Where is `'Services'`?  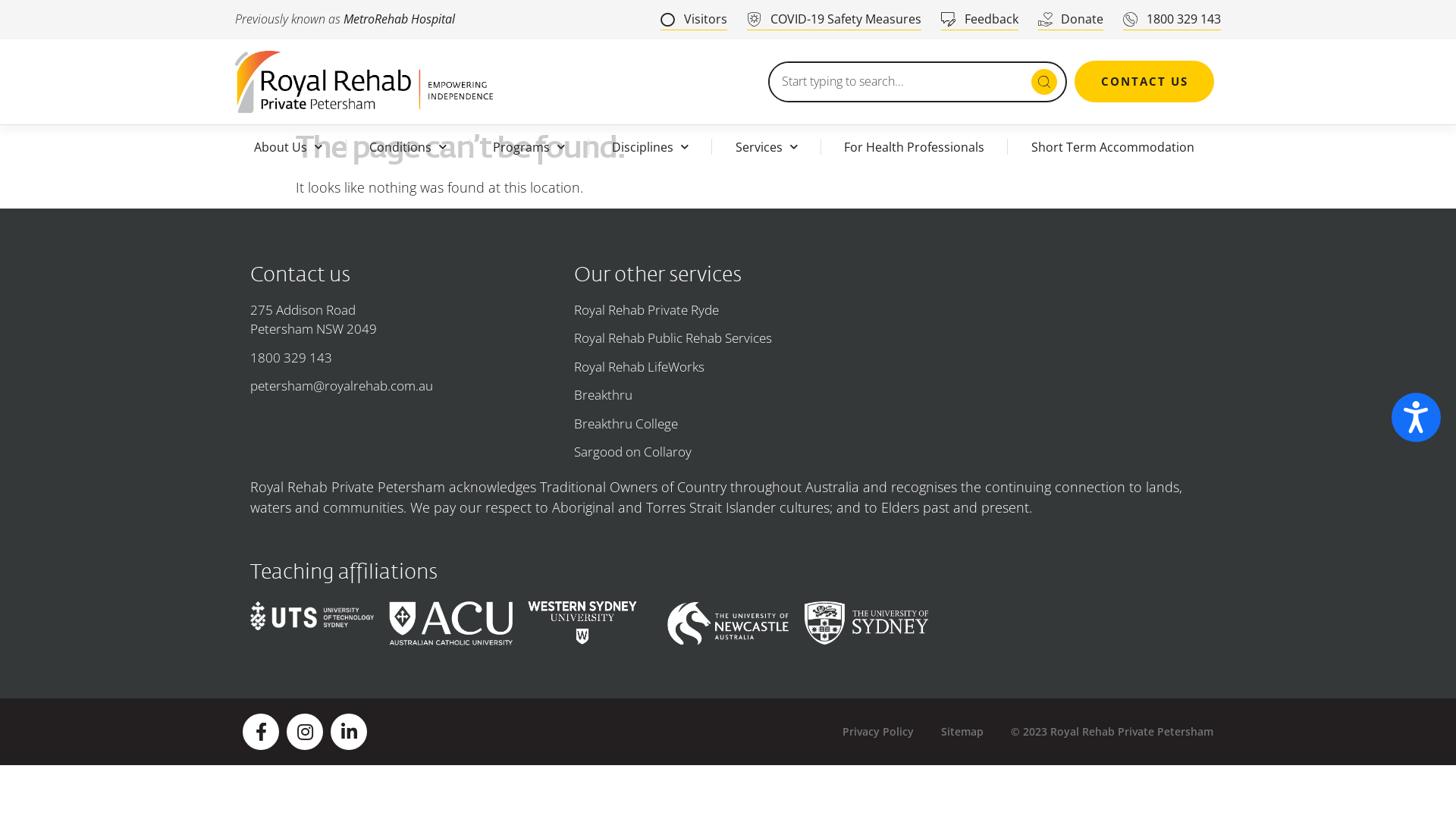 'Services' is located at coordinates (711, 146).